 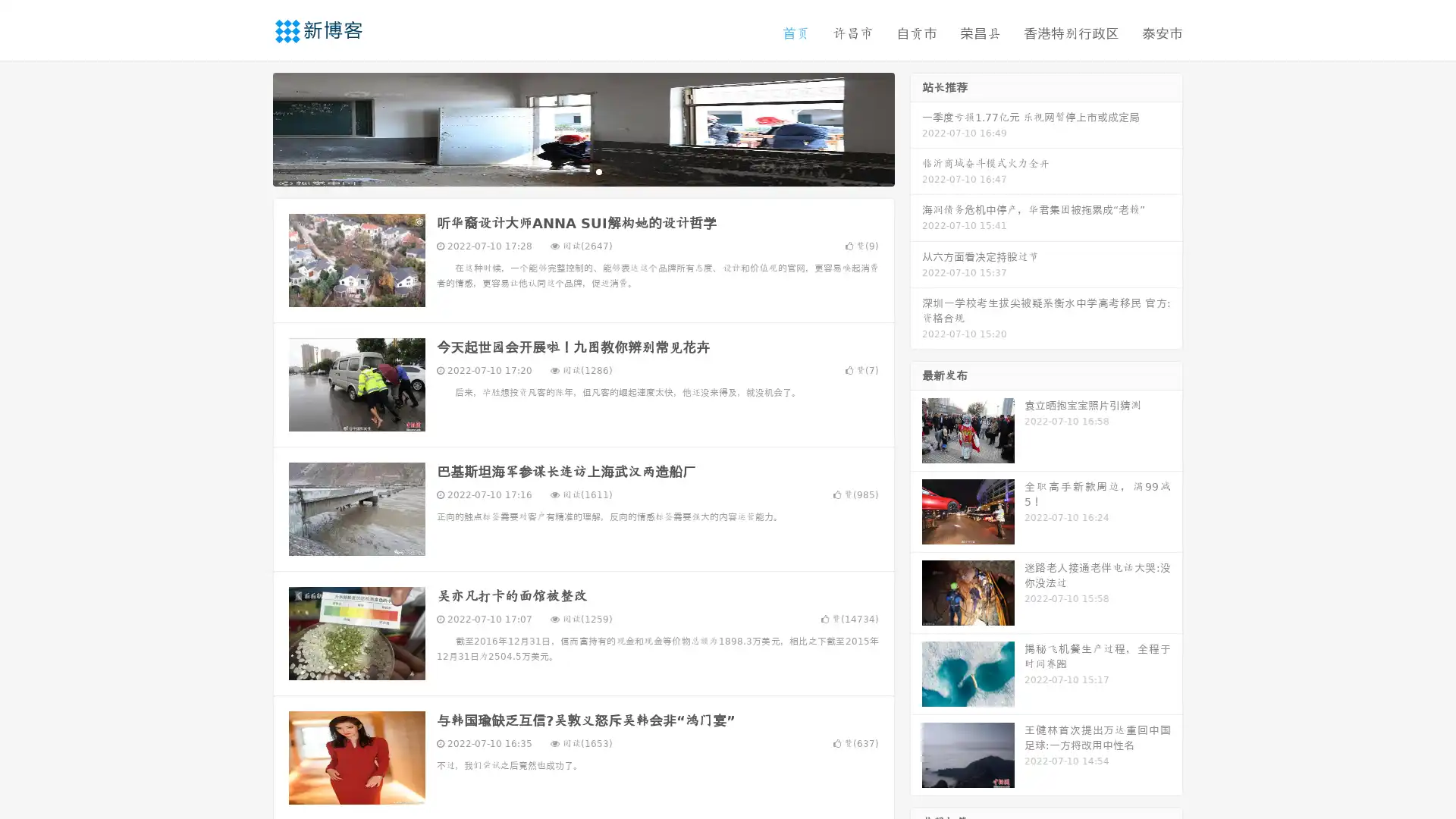 I want to click on Go to slide 3, so click(x=598, y=171).